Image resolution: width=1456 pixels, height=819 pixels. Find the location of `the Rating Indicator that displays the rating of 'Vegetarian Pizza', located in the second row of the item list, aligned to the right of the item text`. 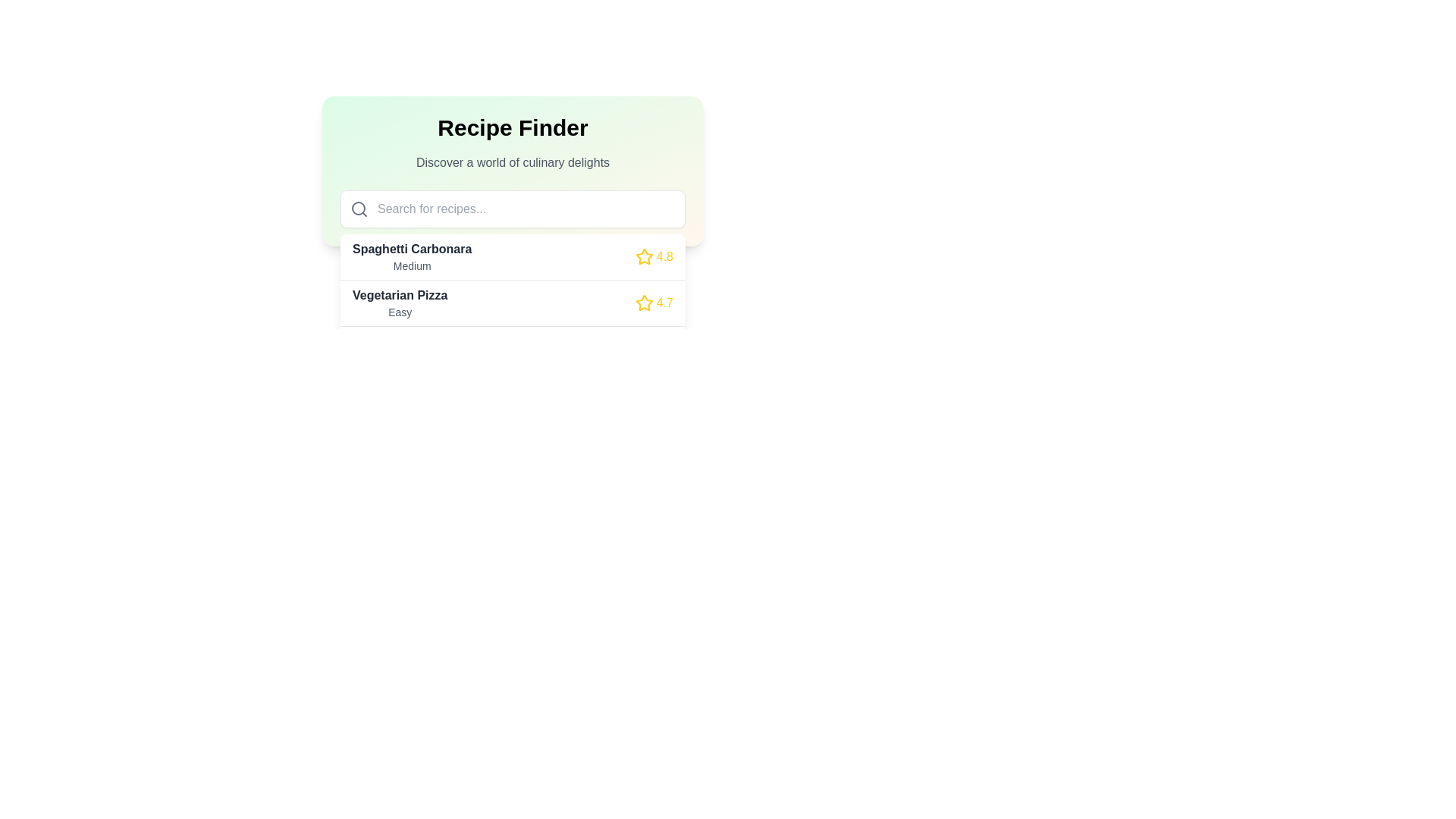

the Rating Indicator that displays the rating of 'Vegetarian Pizza', located in the second row of the item list, aligned to the right of the item text is located at coordinates (654, 303).